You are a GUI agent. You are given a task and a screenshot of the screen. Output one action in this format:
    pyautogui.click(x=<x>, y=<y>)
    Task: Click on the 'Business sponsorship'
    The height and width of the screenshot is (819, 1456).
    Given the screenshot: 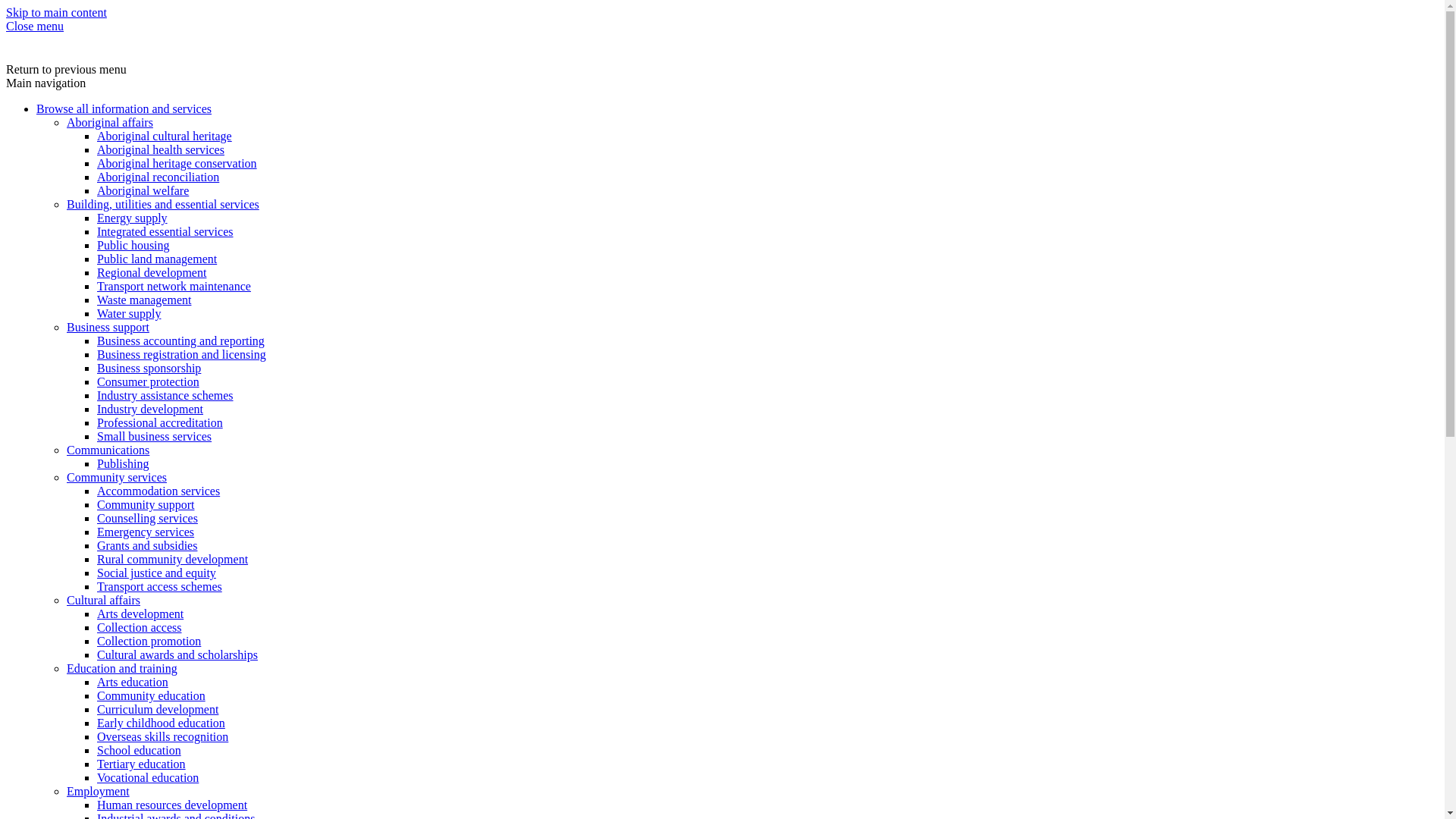 What is the action you would take?
    pyautogui.click(x=96, y=368)
    